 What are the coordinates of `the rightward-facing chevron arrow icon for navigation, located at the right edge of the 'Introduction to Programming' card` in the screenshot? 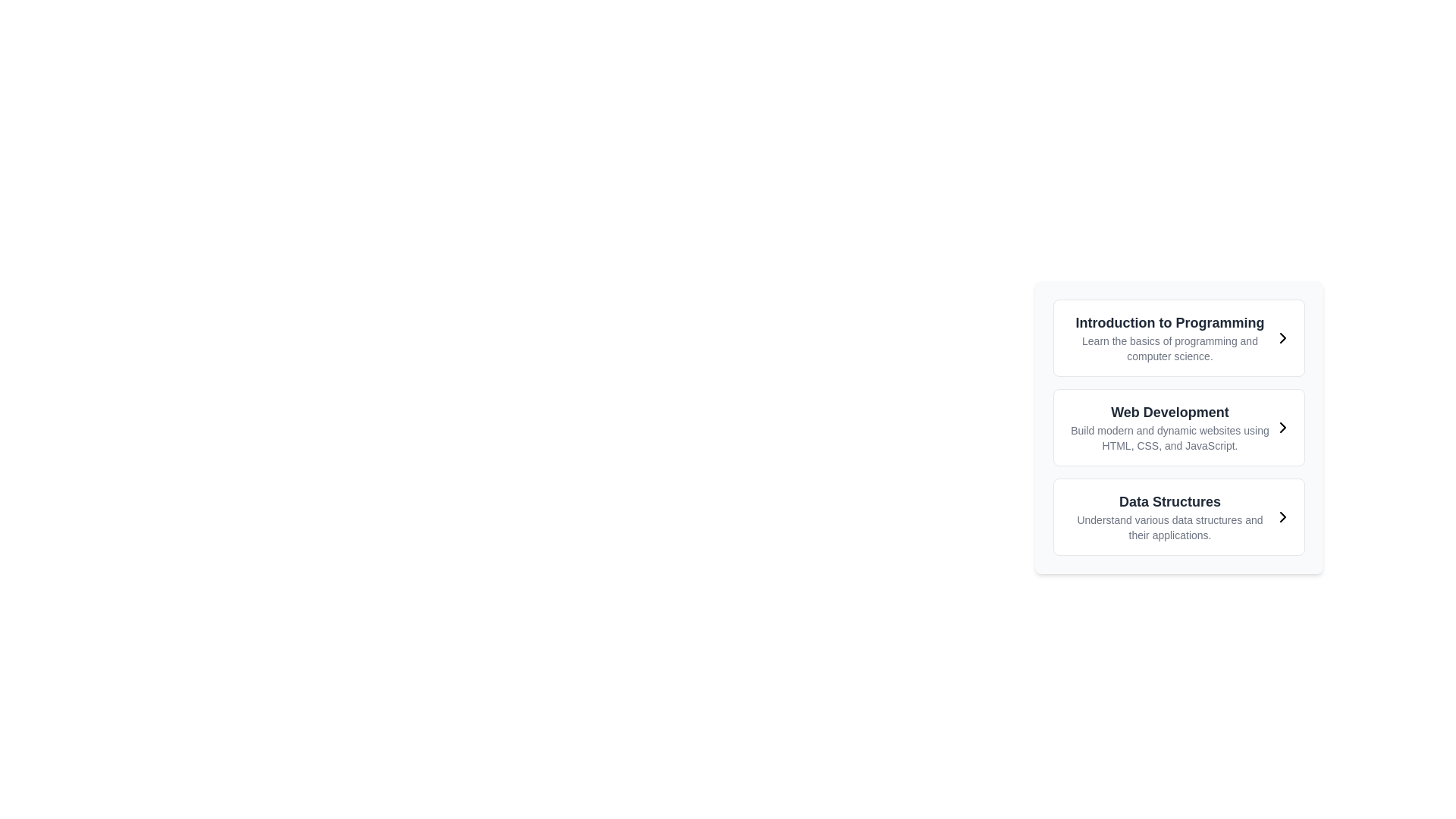 It's located at (1282, 337).